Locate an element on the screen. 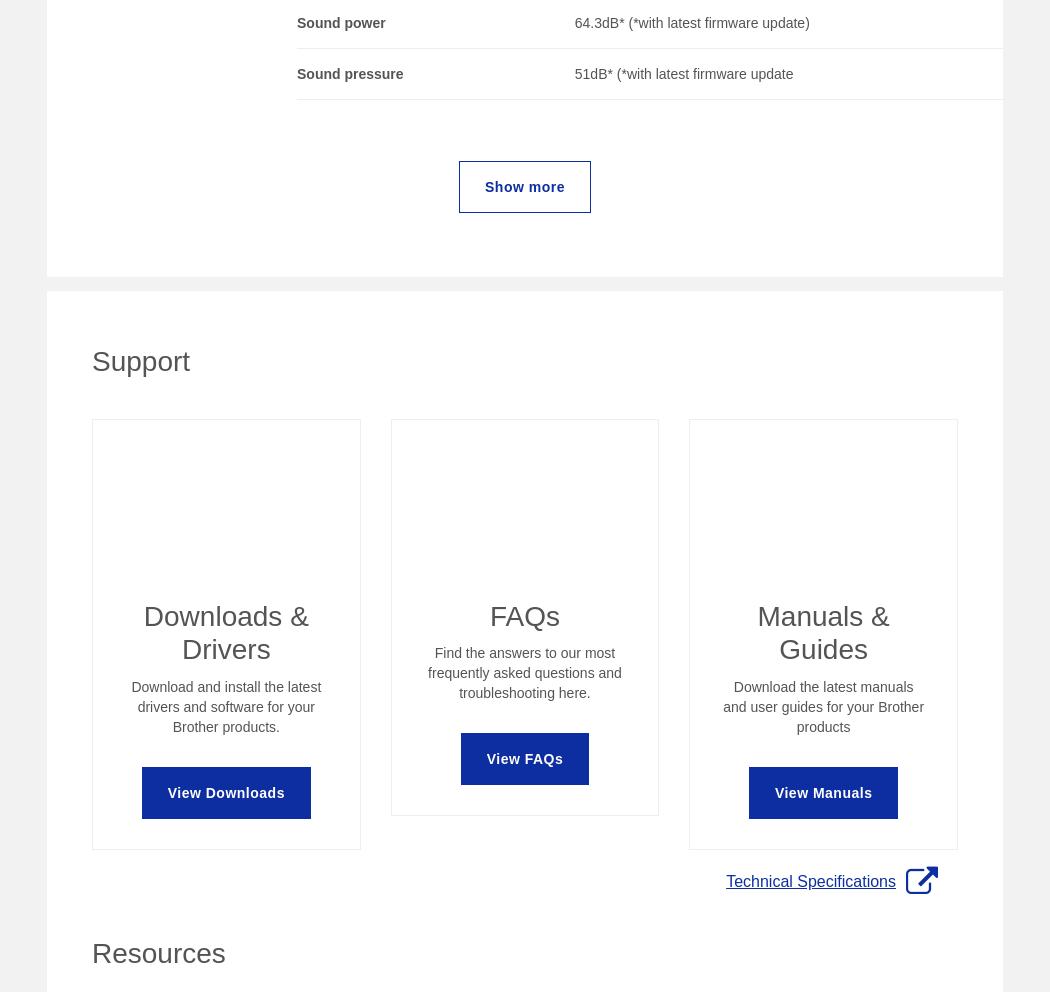  'Help and Support' is located at coordinates (324, 511).